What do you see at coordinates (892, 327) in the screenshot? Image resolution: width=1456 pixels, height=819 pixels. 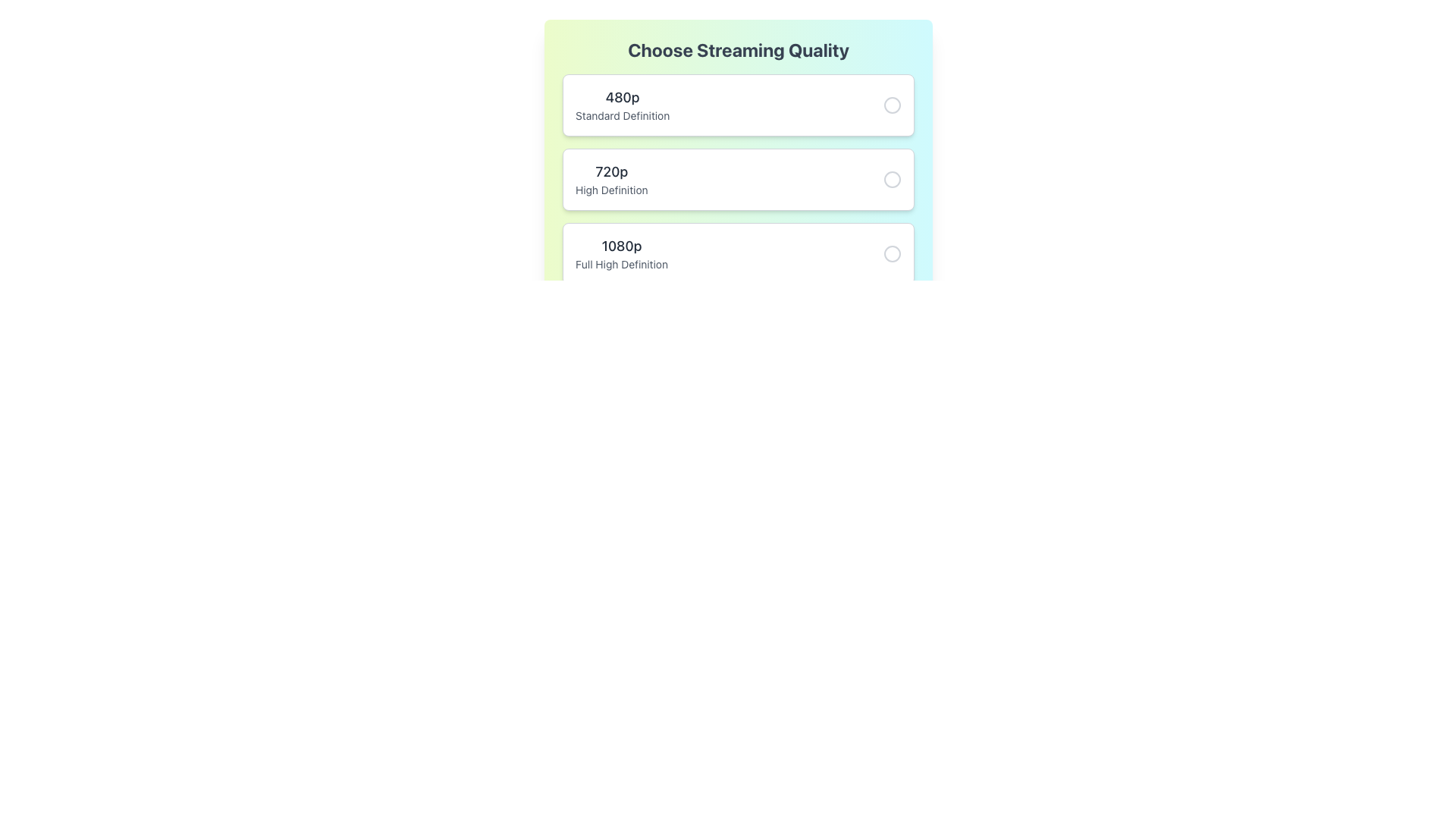 I see `the decorative circular graphic located in the lower-right corner of the interface, beneath the three streaming quality options` at bounding box center [892, 327].